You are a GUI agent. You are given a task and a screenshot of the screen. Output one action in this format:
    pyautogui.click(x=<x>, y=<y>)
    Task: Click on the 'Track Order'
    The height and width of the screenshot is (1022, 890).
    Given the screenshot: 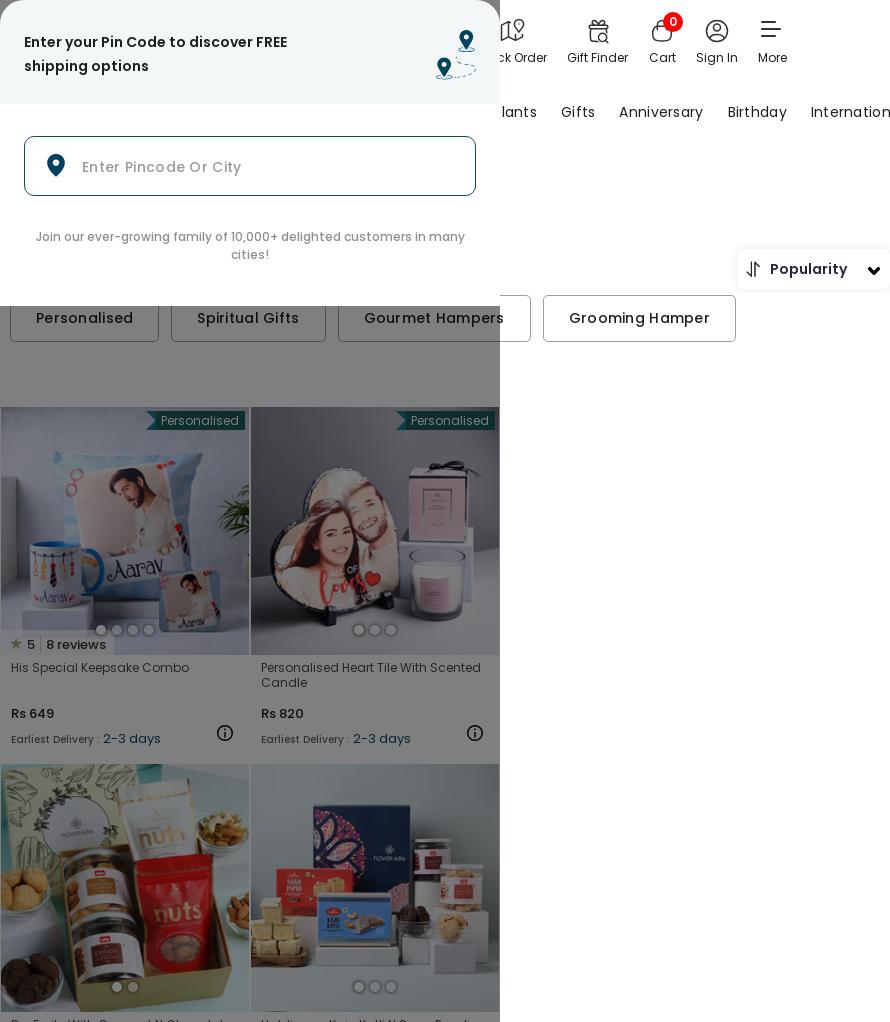 What is the action you would take?
    pyautogui.click(x=477, y=57)
    